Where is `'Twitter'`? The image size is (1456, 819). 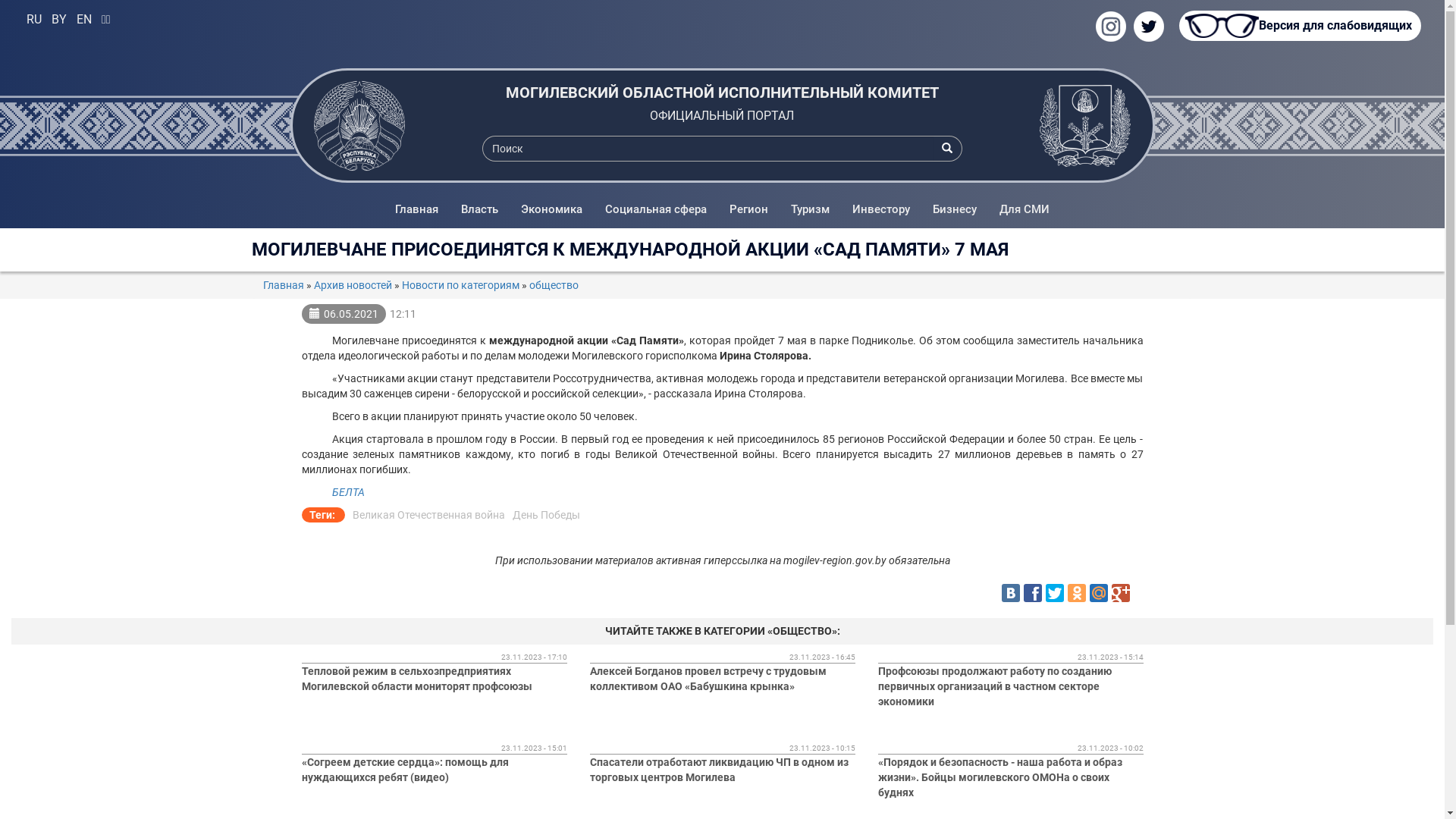
'Twitter' is located at coordinates (1053, 592).